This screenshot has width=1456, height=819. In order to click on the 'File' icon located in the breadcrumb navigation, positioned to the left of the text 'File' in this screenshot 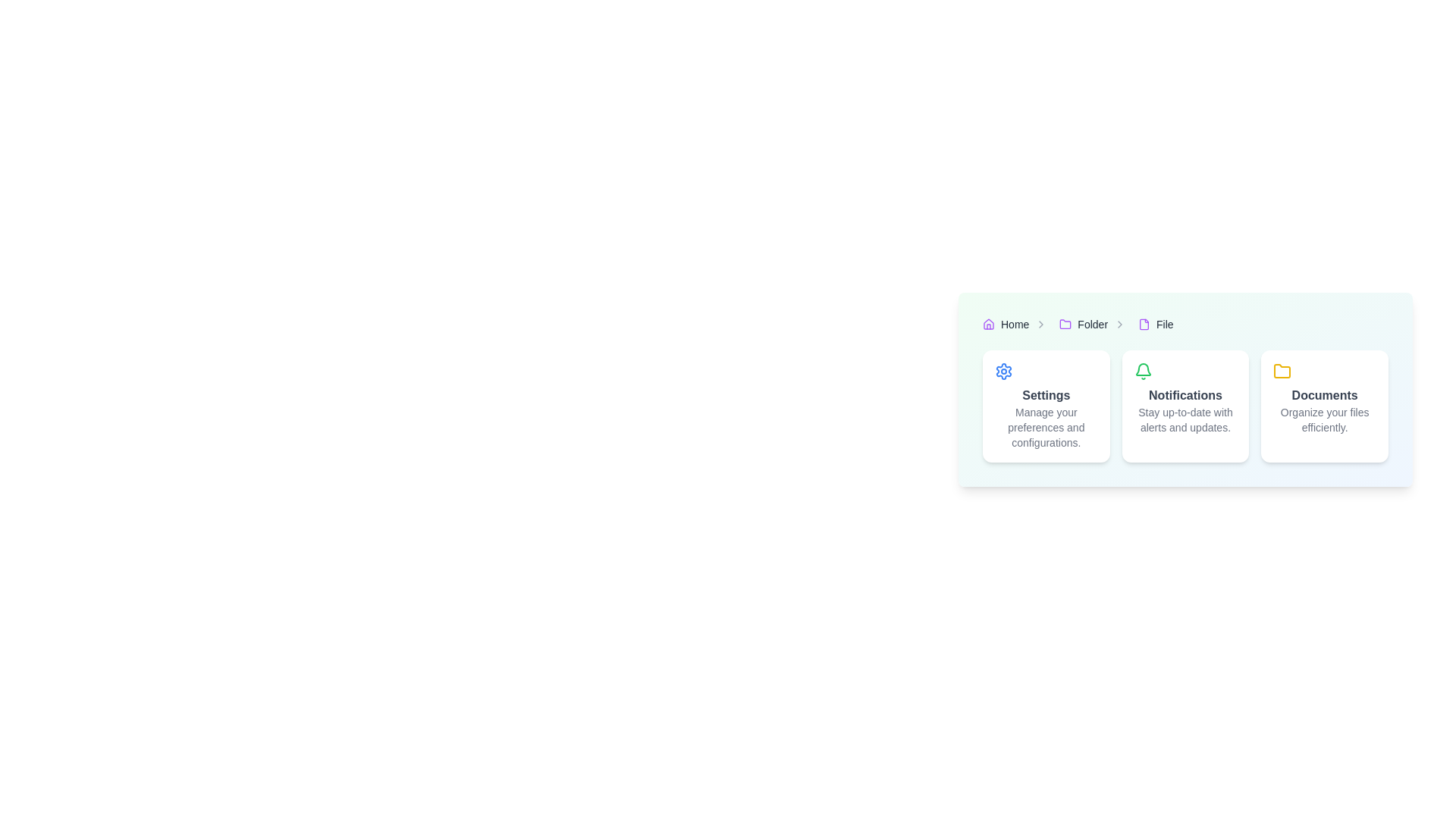, I will do `click(1144, 324)`.